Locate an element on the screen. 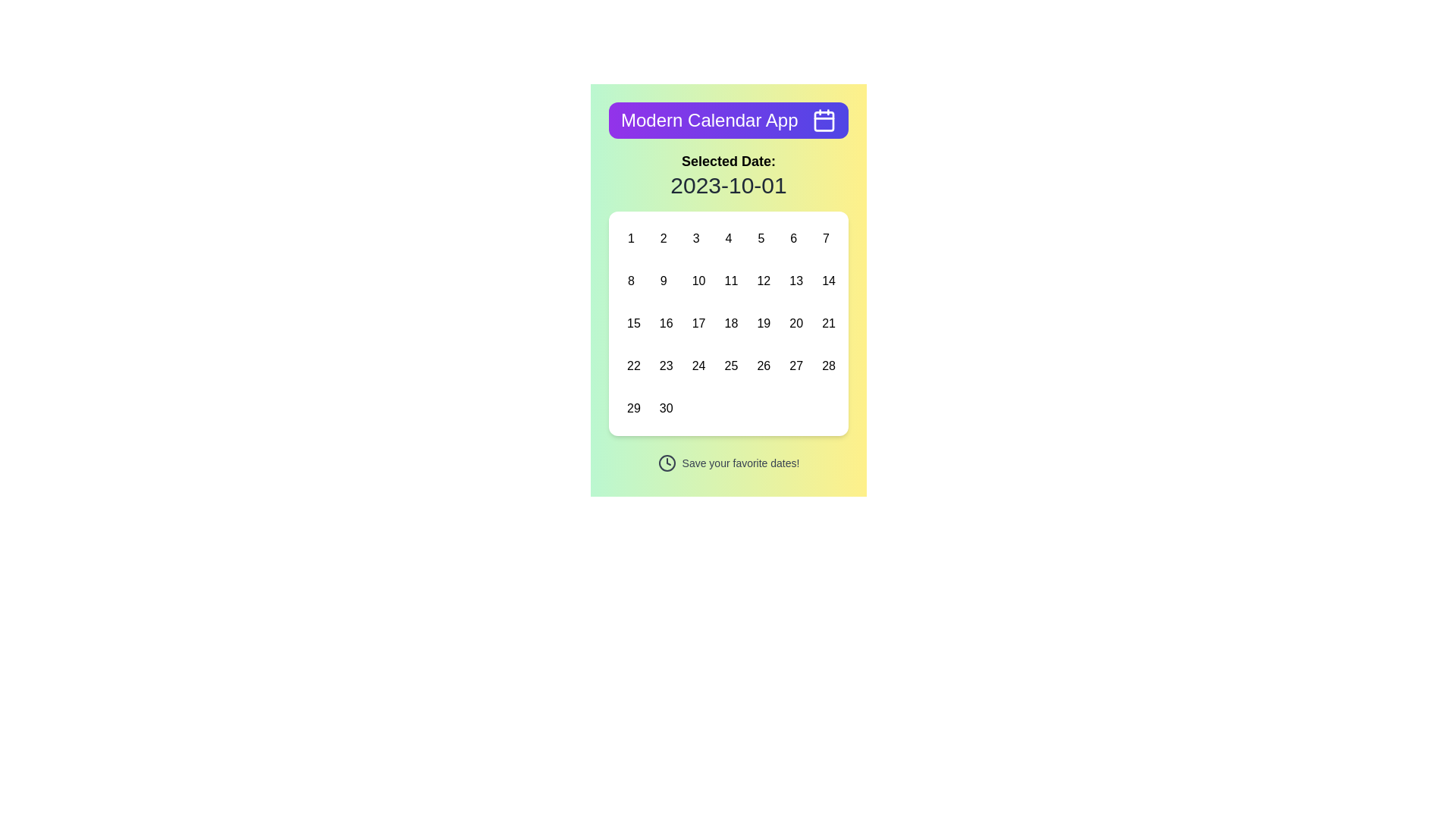 Image resolution: width=1456 pixels, height=819 pixels. the clickable calendar day representation displaying the number '19' in the third row and fifth column of the calendar layout is located at coordinates (761, 323).